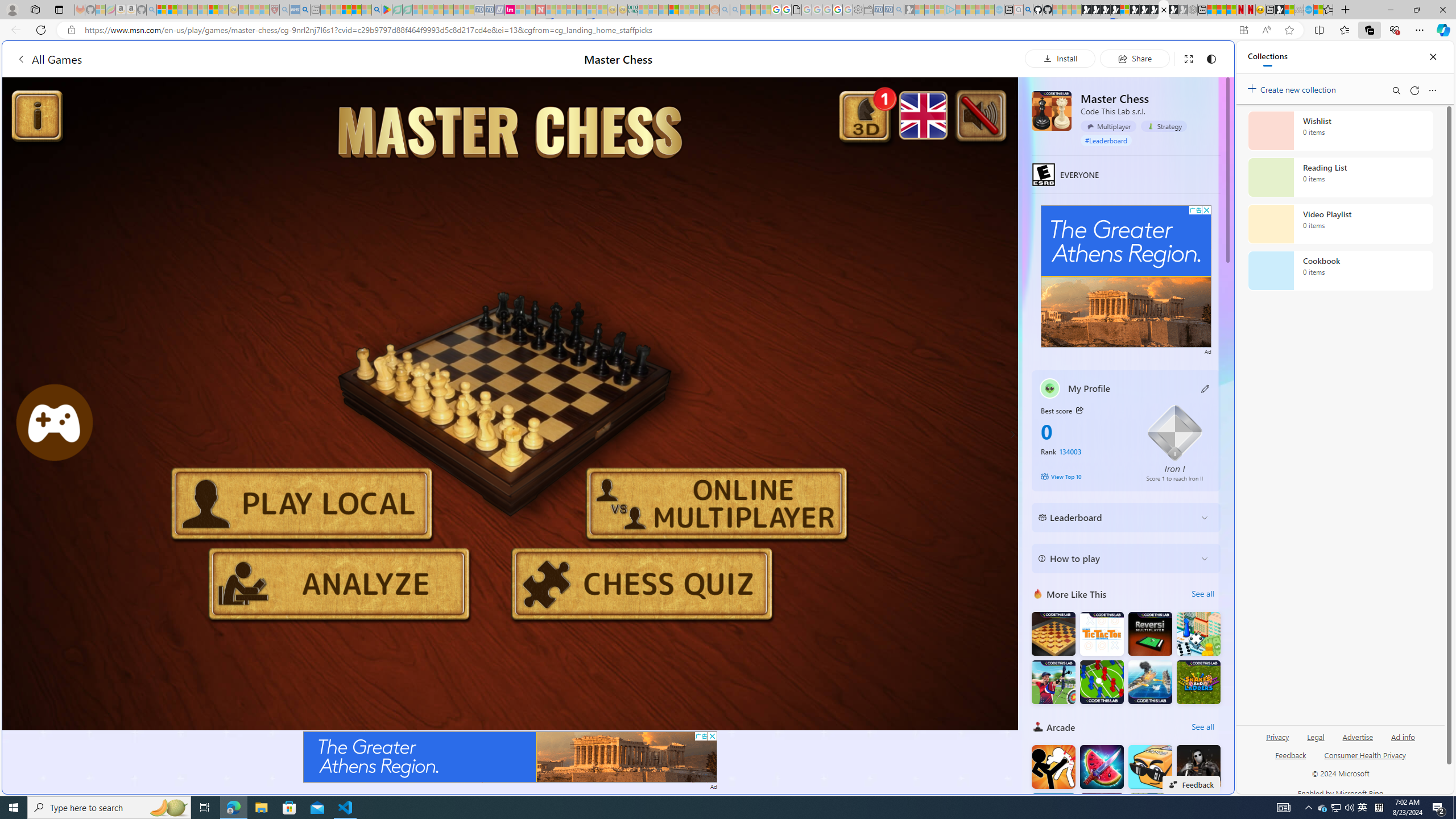  I want to click on 'MSNBC - MSN - Sleeping', so click(642, 9).